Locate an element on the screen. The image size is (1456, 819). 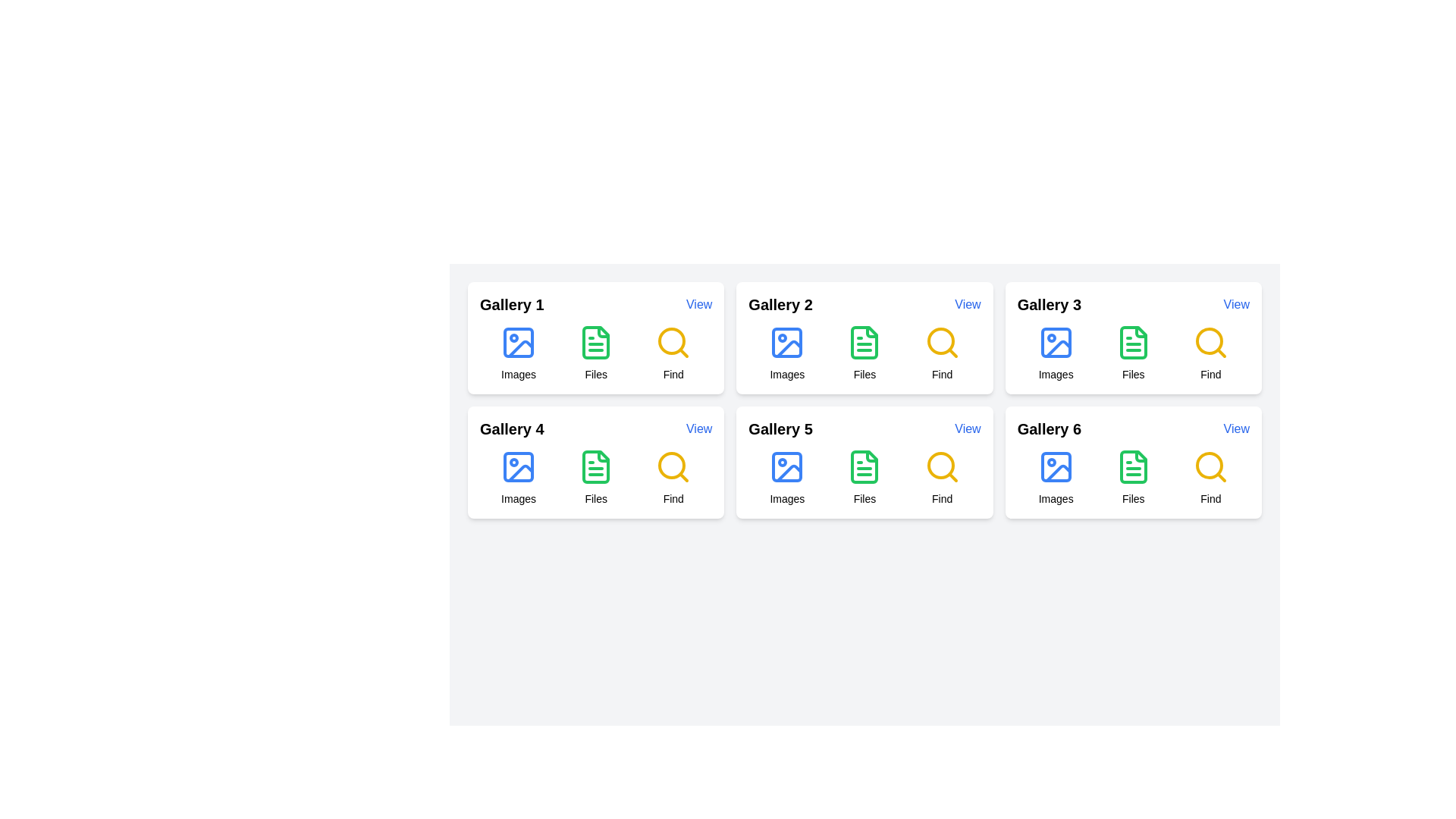
the 'Files' icon in the 'Gallery 3' group, located in the top-right section of the central gallery row is located at coordinates (1133, 342).